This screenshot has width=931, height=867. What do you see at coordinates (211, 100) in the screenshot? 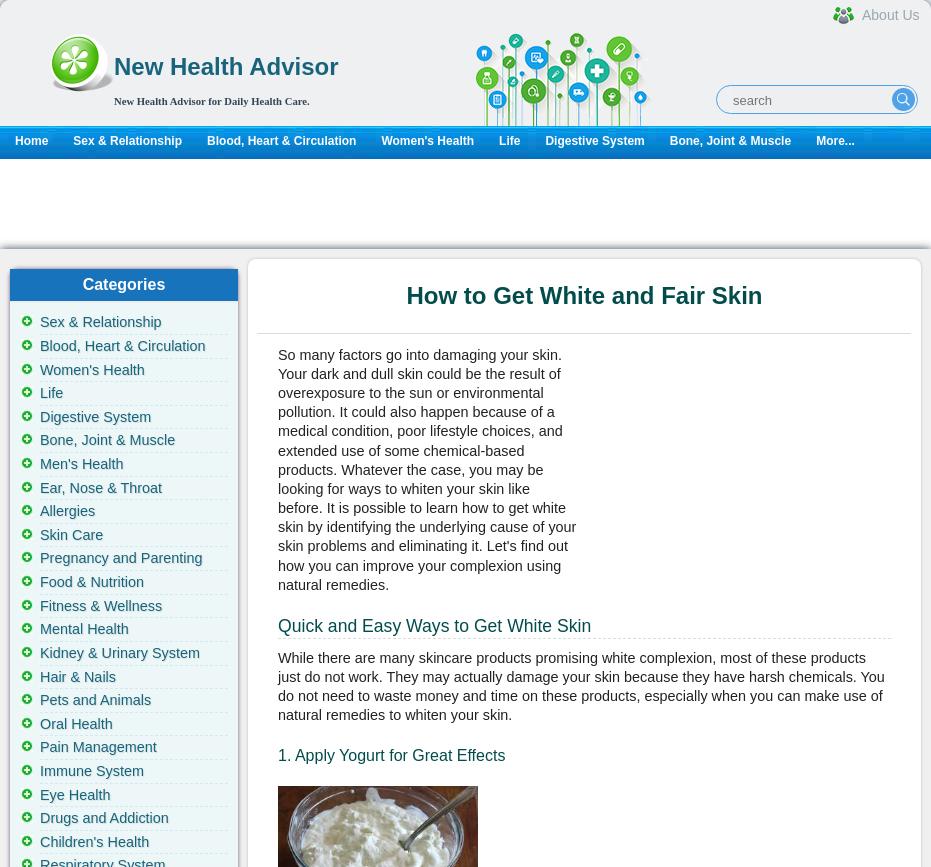
I see `'New Health Advisor for Daily Health Care.'` at bounding box center [211, 100].